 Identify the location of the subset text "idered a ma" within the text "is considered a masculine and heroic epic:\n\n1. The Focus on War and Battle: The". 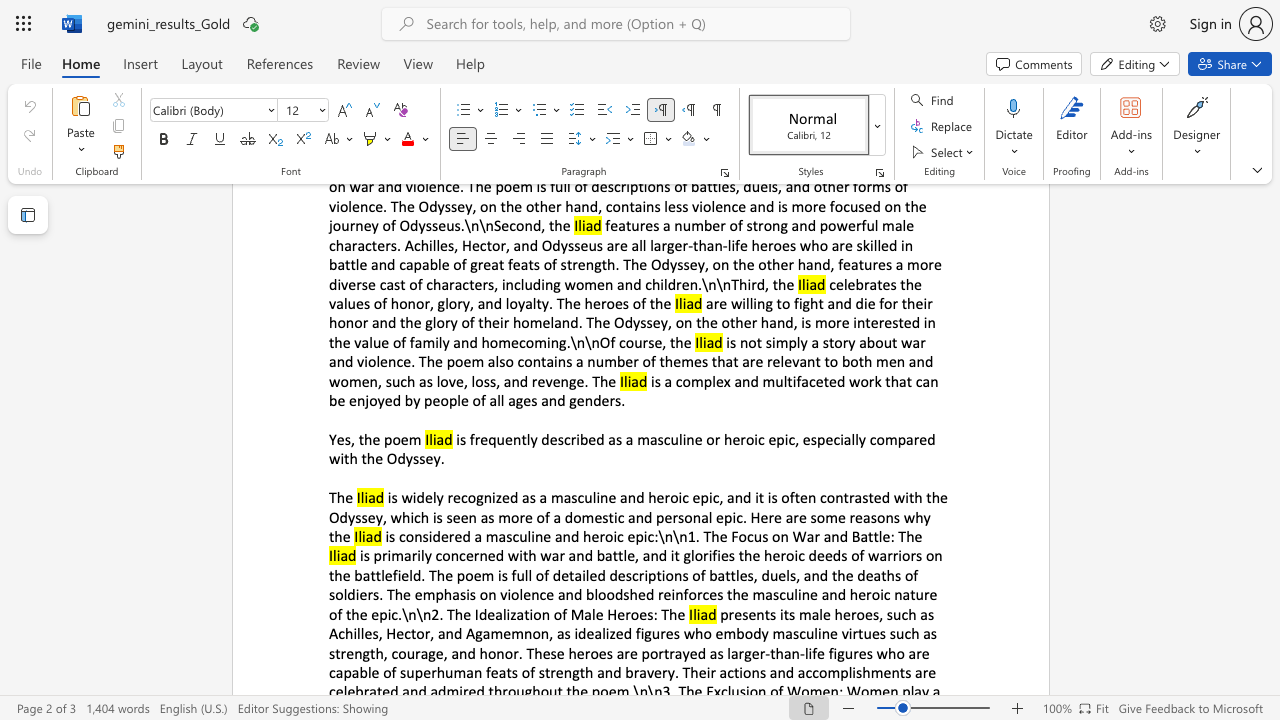
(427, 535).